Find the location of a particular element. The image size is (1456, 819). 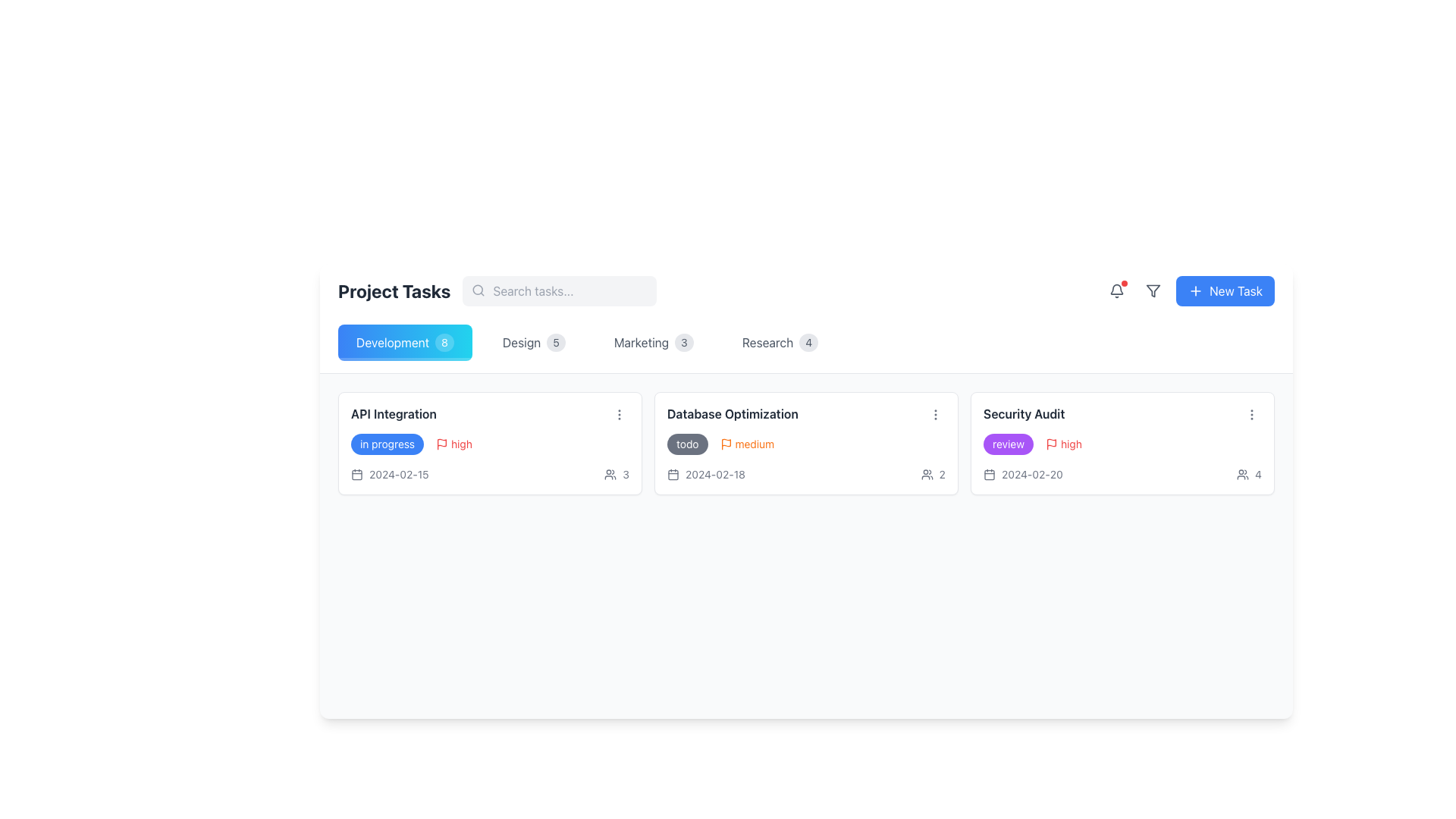

the third navigation menu item labeled 'Marketing' is located at coordinates (654, 342).